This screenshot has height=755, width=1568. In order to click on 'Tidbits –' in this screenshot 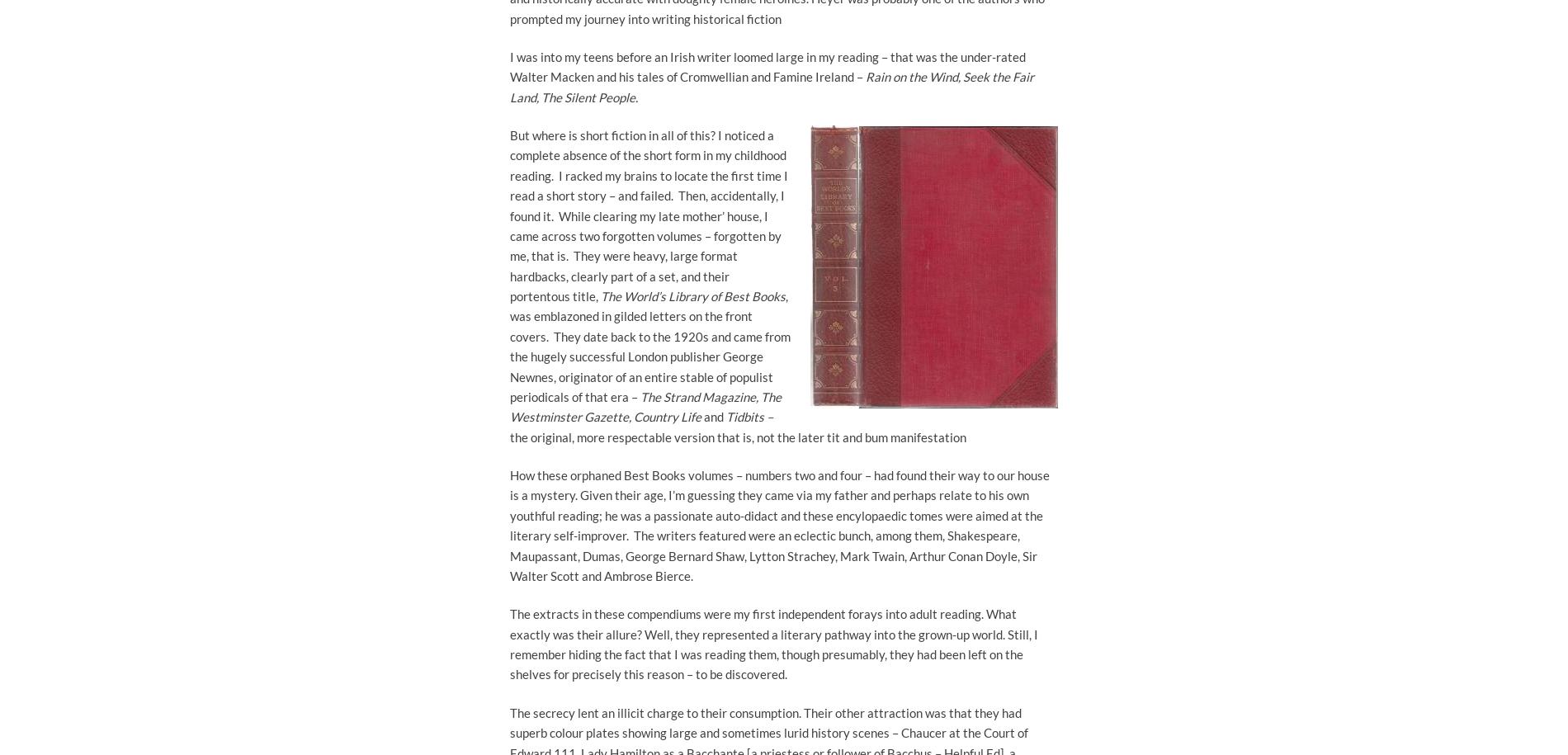, I will do `click(748, 415)`.